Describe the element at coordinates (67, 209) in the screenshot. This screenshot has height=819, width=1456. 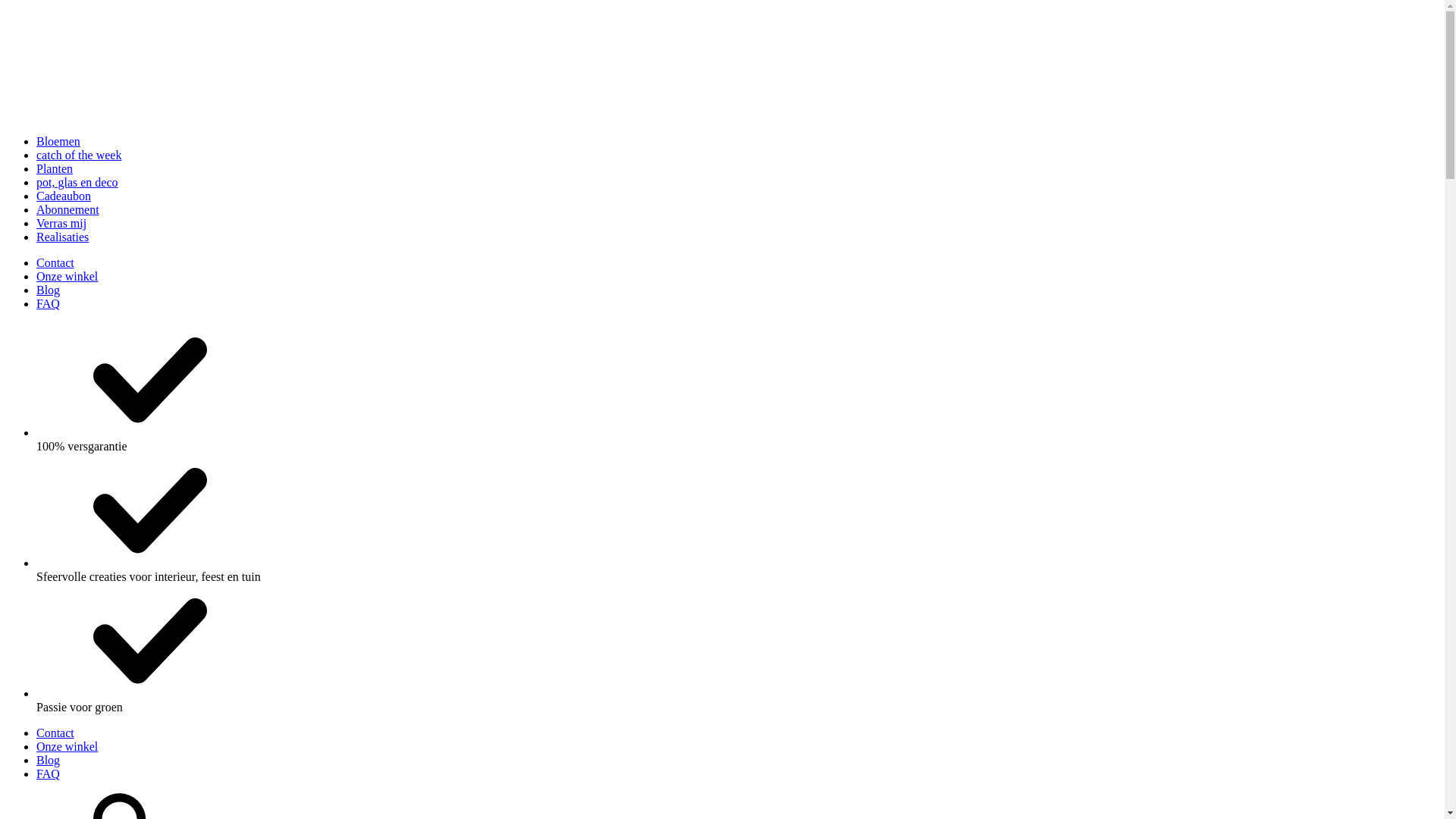
I see `'Abonnement'` at that location.